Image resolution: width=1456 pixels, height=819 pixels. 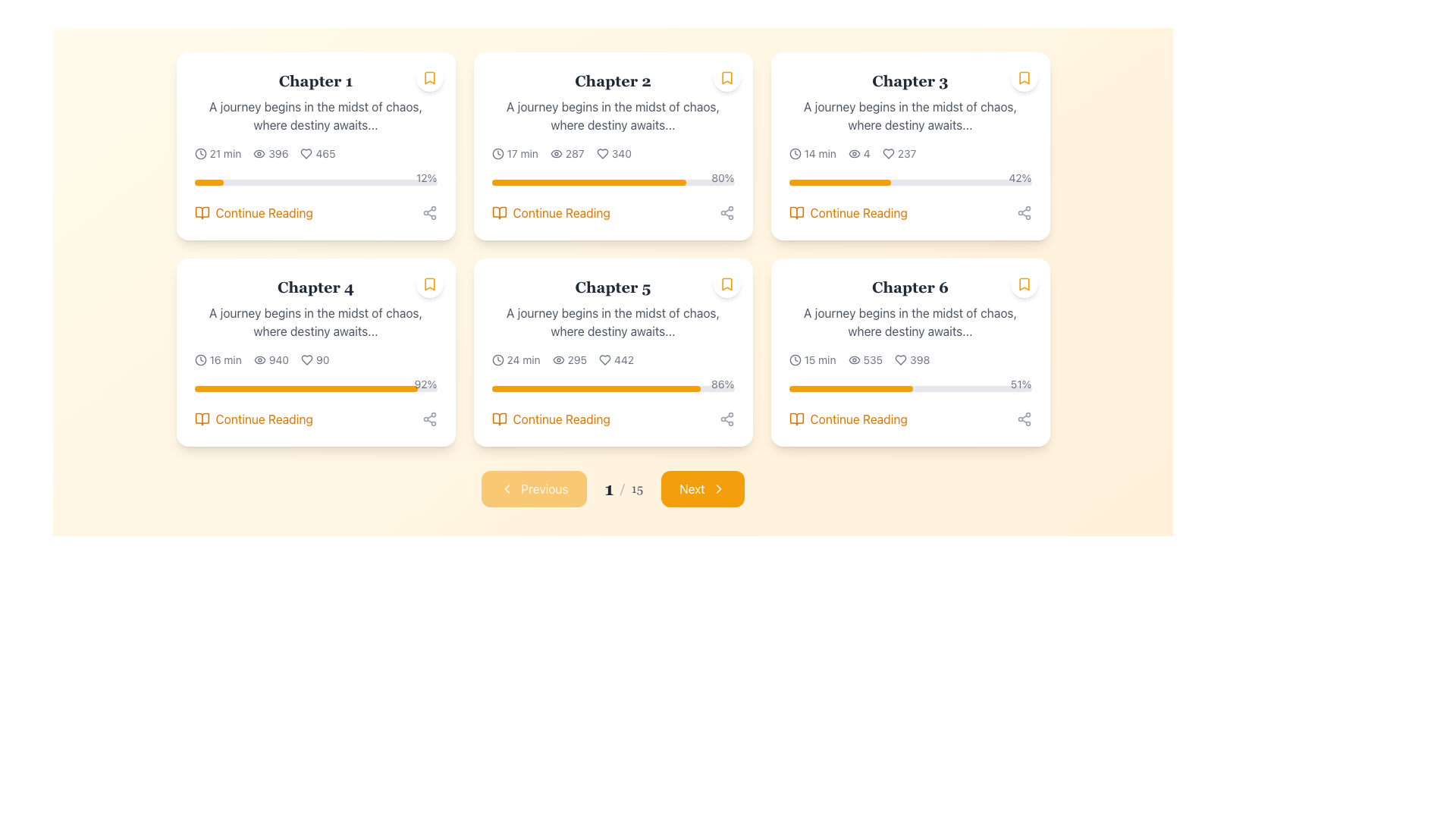 I want to click on the Content Description Text that provides an introduction to 'Chapter 5', located in the third card of the second row, so click(x=613, y=321).